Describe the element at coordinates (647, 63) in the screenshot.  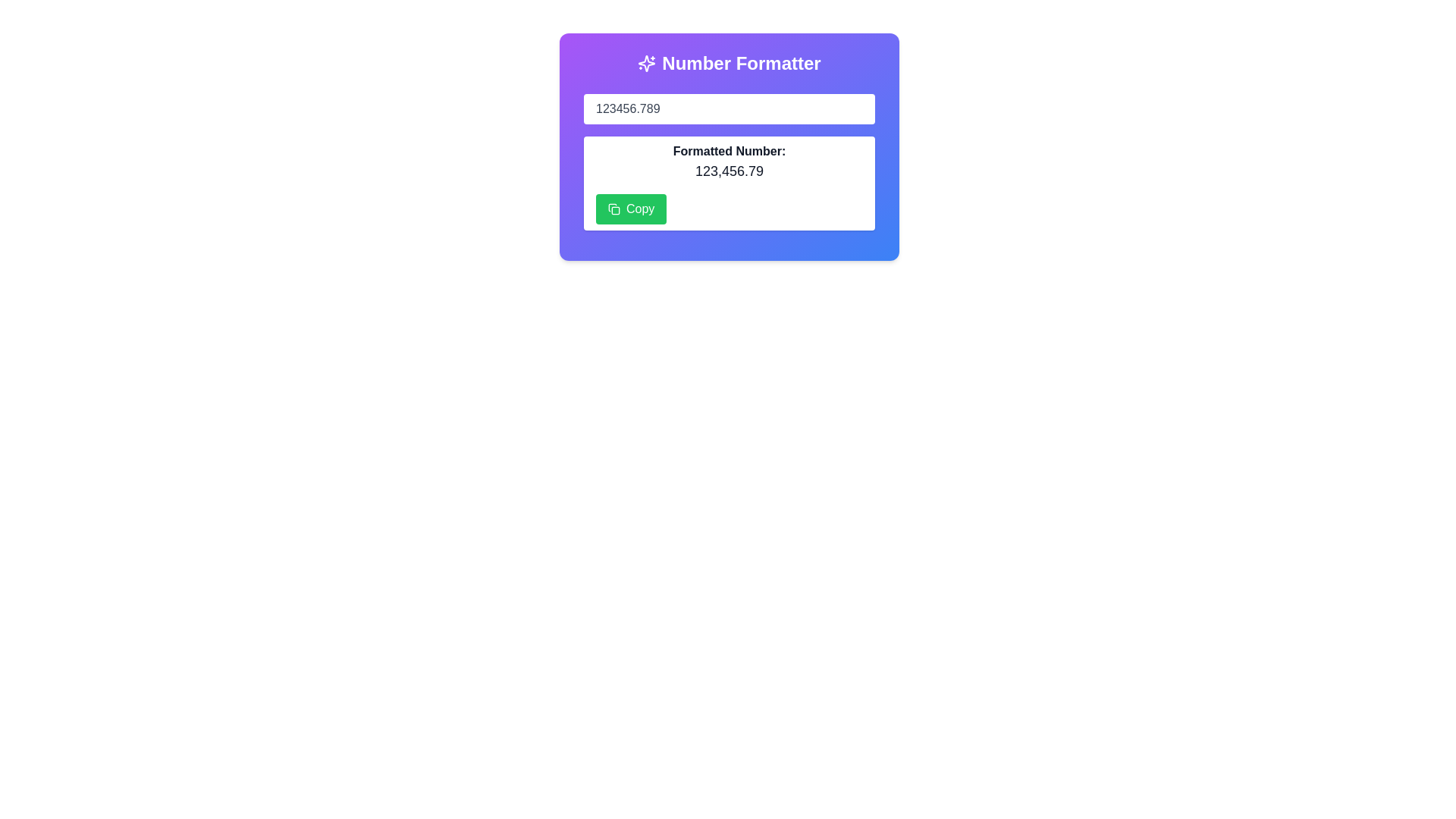
I see `the star-like sparkle icon located in the top-left corner of the Number Formatter's header section, prominently positioned against the purple gradient background and adjacent to the title text 'Number Formatter'` at that location.